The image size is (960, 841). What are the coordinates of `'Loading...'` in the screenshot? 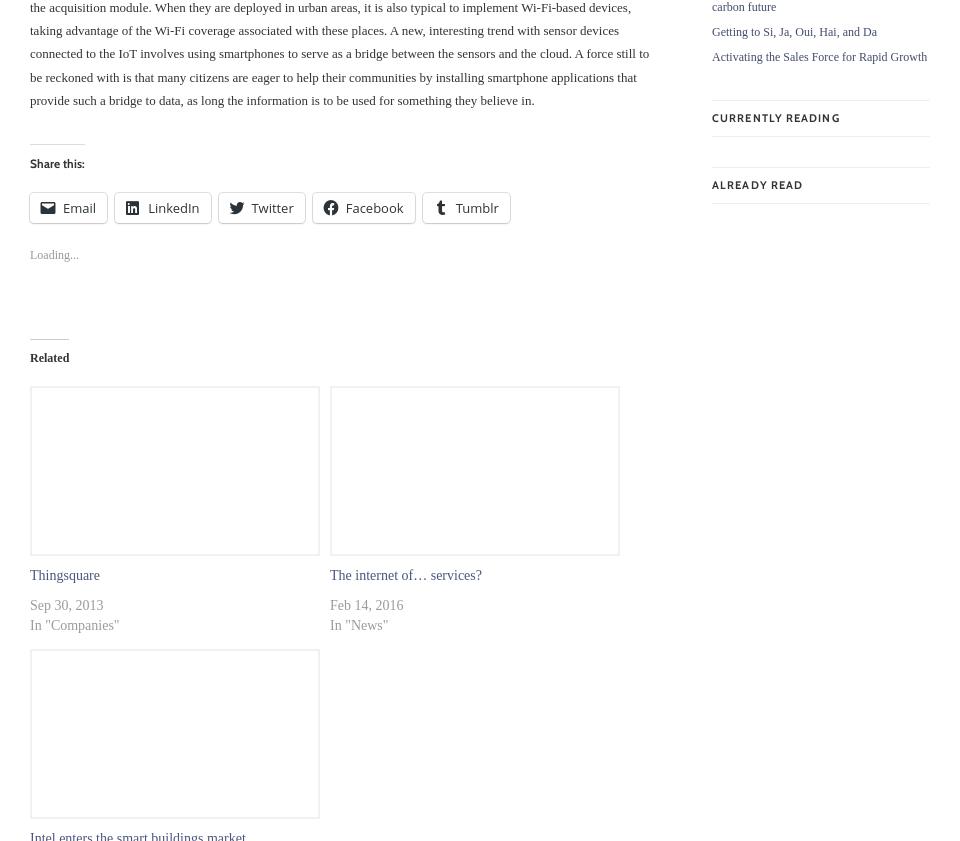 It's located at (53, 253).